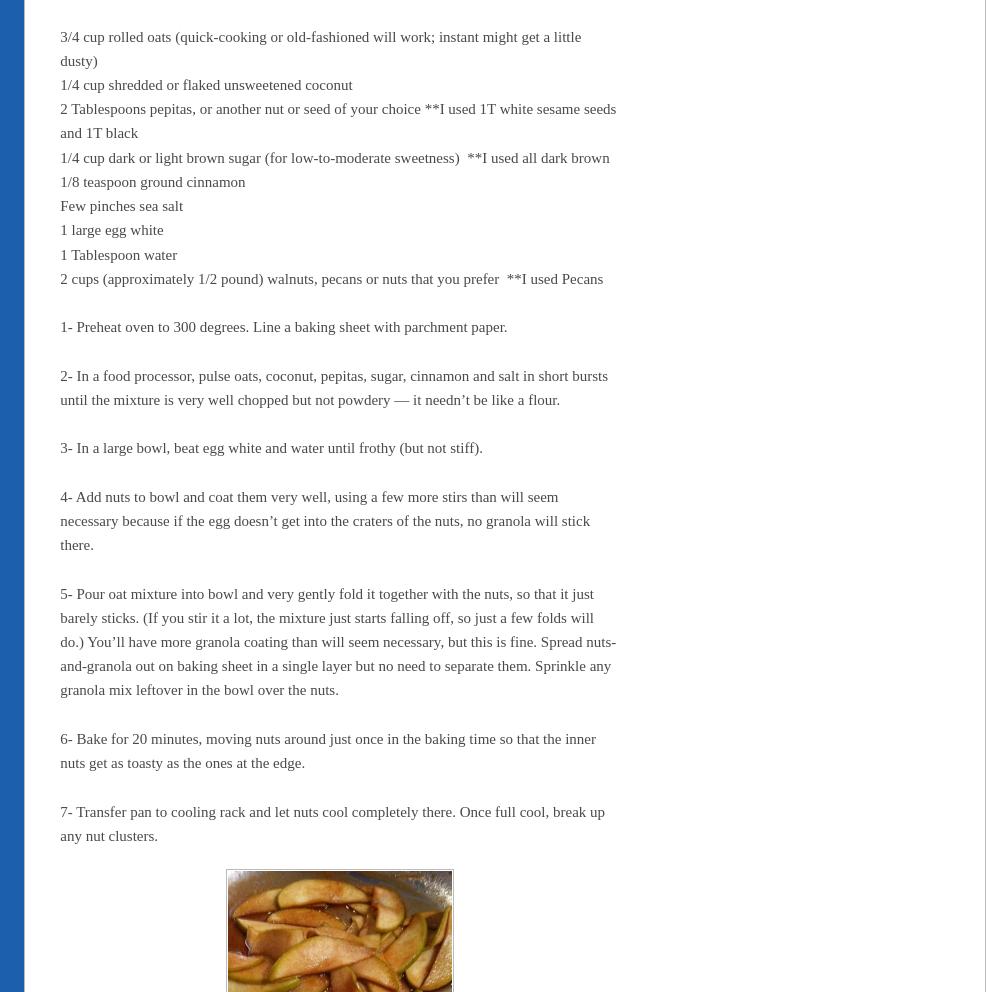 The height and width of the screenshot is (992, 986). I want to click on '5- Pour oat mixture into bowl and very gently fold it together with the nuts, so that it just barely sticks. (If you stir it a lot, the mixture just starts falling off, so just a few folds will do.) You’ll have more granola coating than will seem necessary, but this is fine. Spread nuts-and-granola out on baking sheet in a single layer but no need to separate them. Sprinkle any granola mix leftover in the bowl over the nuts.', so click(337, 641).